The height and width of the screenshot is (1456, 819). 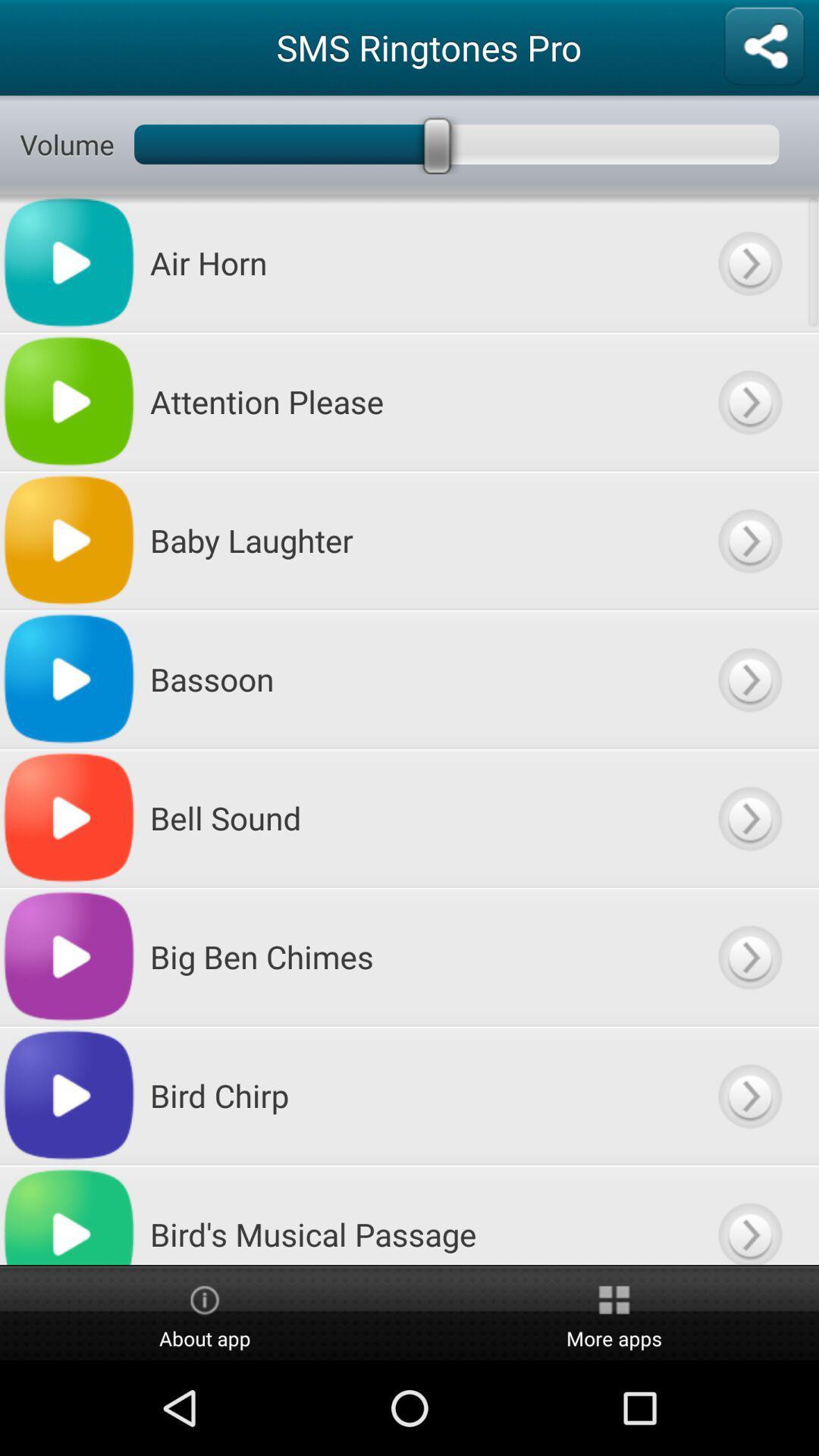 What do you see at coordinates (748, 262) in the screenshot?
I see `next button` at bounding box center [748, 262].